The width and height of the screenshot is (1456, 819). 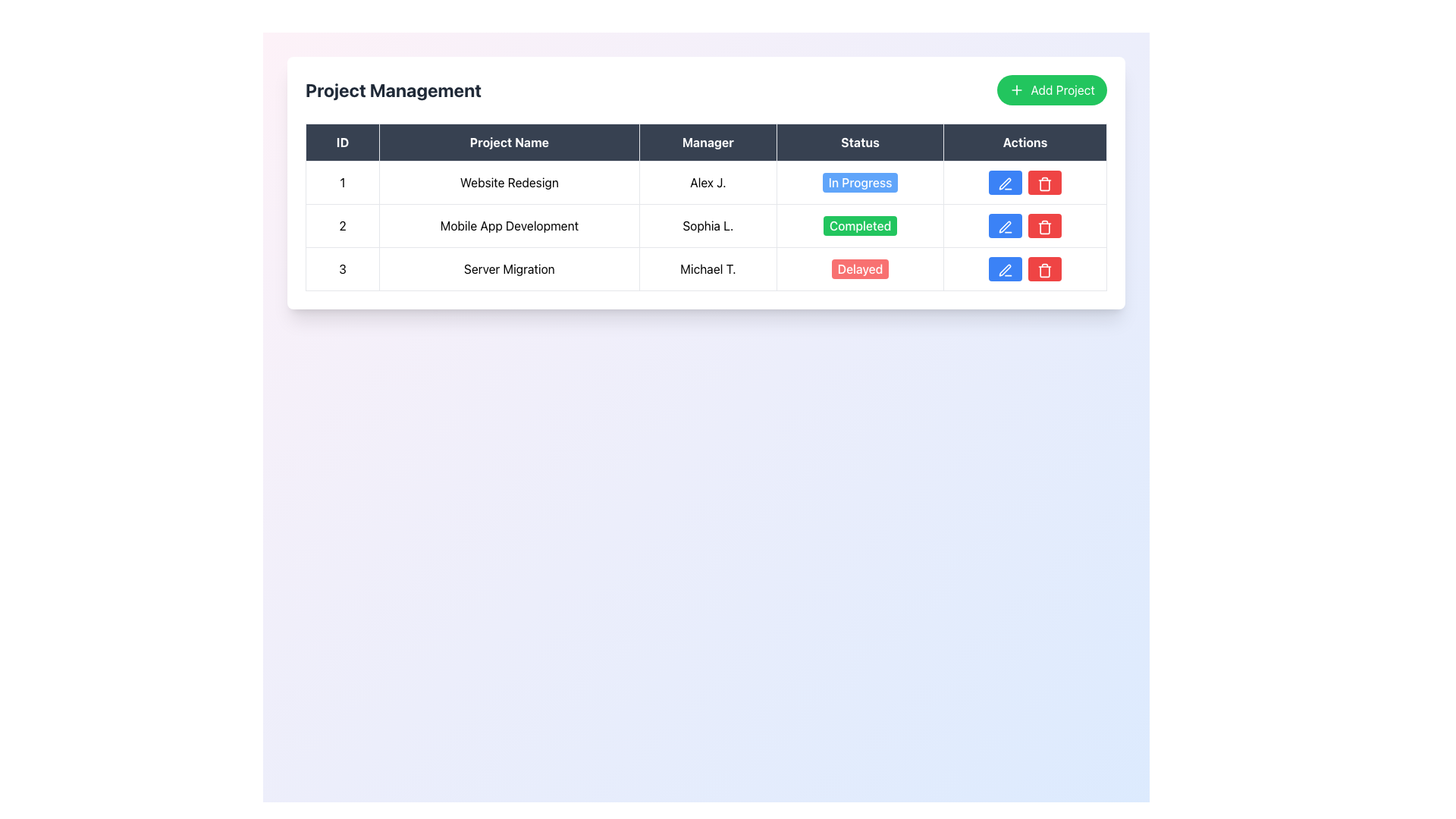 What do you see at coordinates (341, 181) in the screenshot?
I see `the Text Cell displaying the digit '1' in bold style, located in the first row under the 'ID' column of the Project Management table` at bounding box center [341, 181].